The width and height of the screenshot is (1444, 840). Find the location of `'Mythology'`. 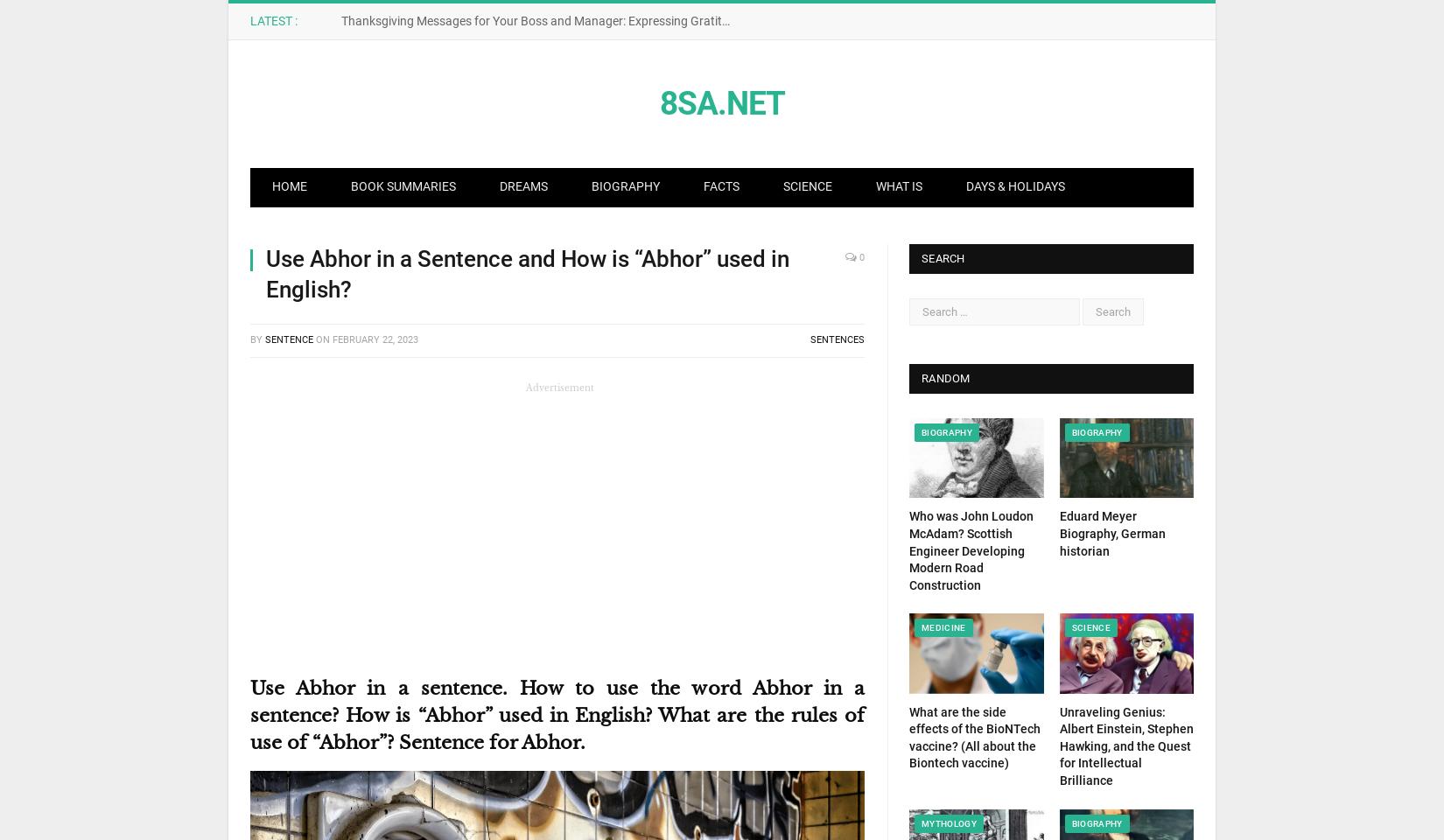

'Mythology' is located at coordinates (949, 822).